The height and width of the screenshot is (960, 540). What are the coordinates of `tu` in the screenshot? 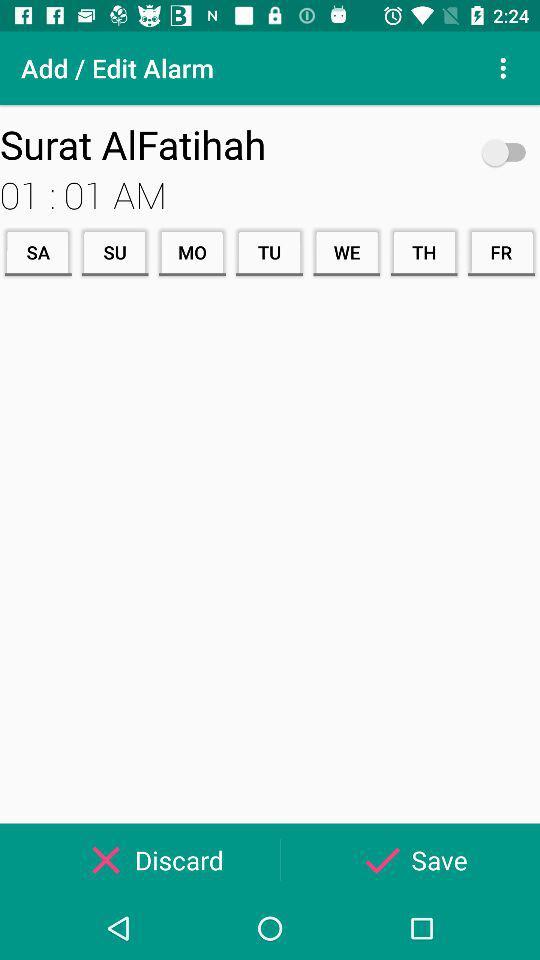 It's located at (269, 251).